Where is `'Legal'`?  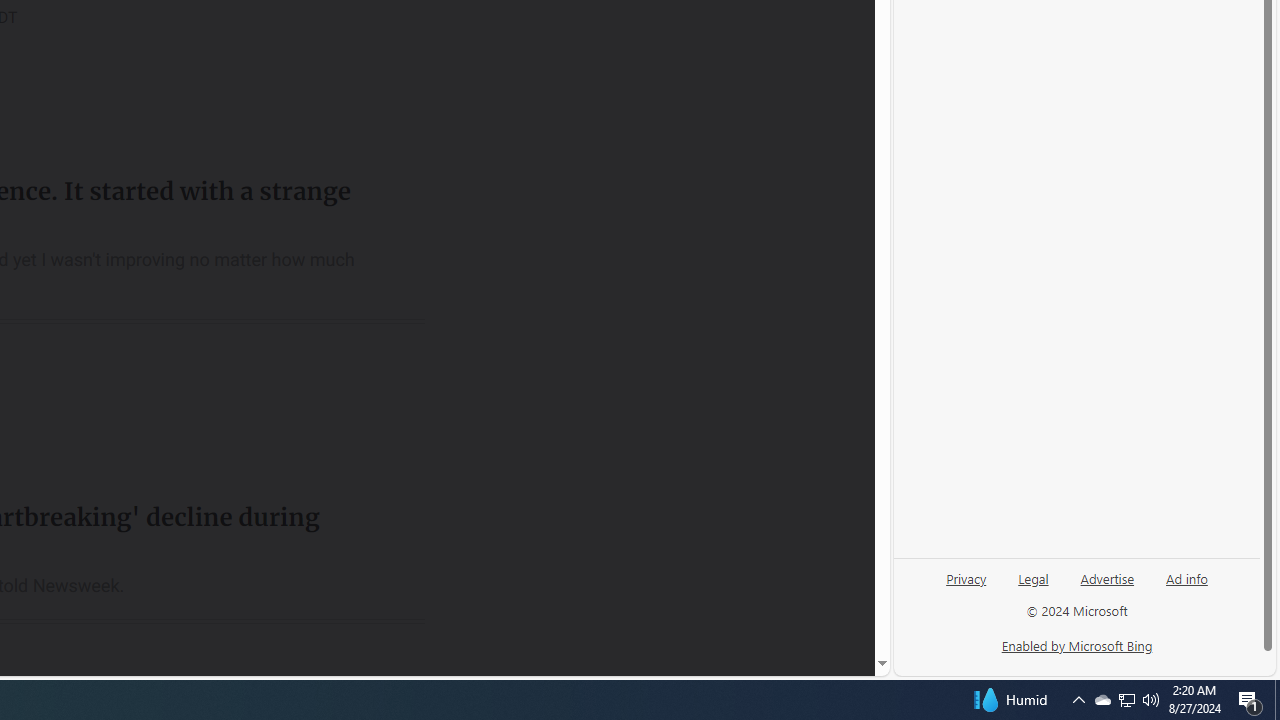 'Legal' is located at coordinates (1033, 577).